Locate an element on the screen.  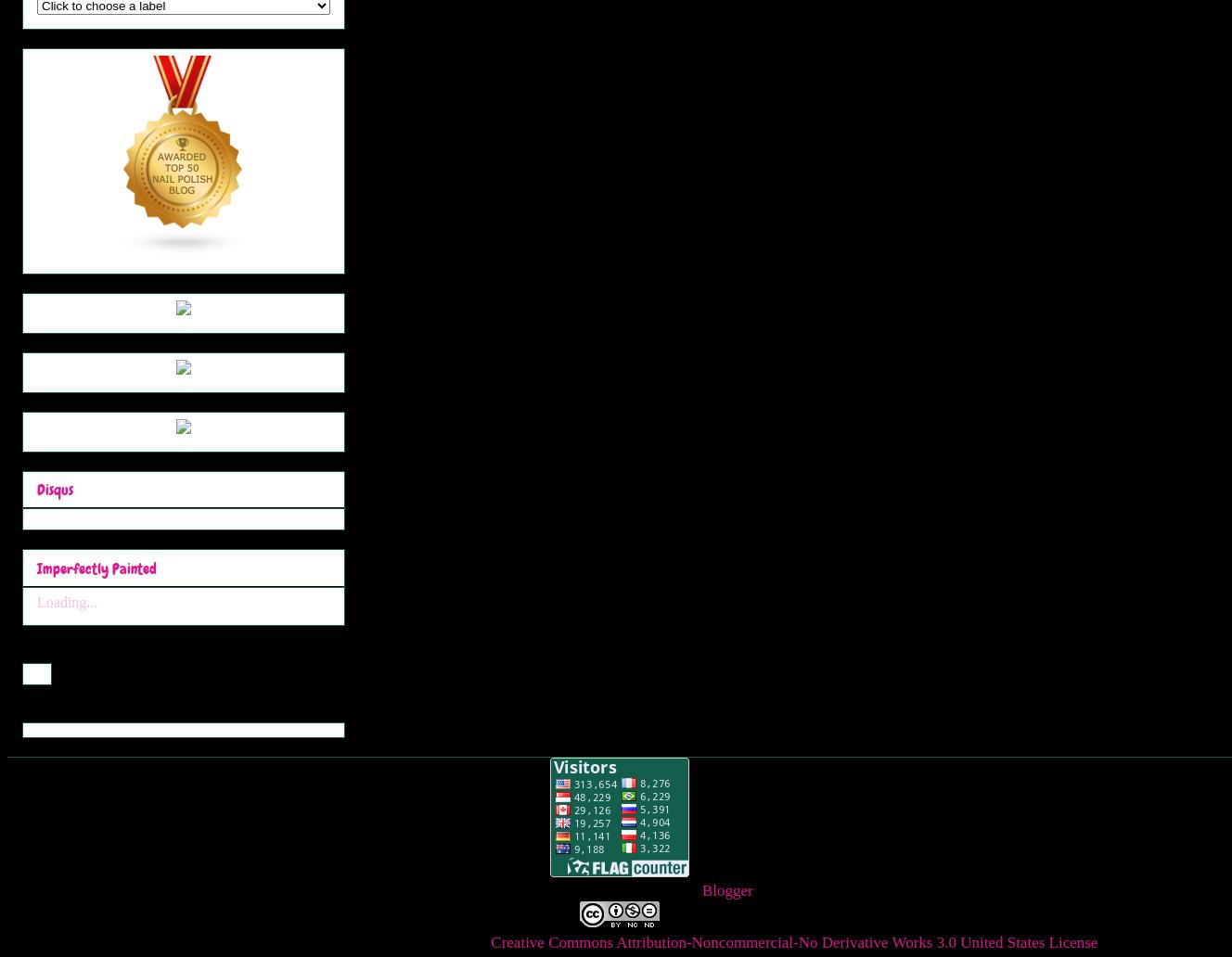
'Loading...' is located at coordinates (35, 600).